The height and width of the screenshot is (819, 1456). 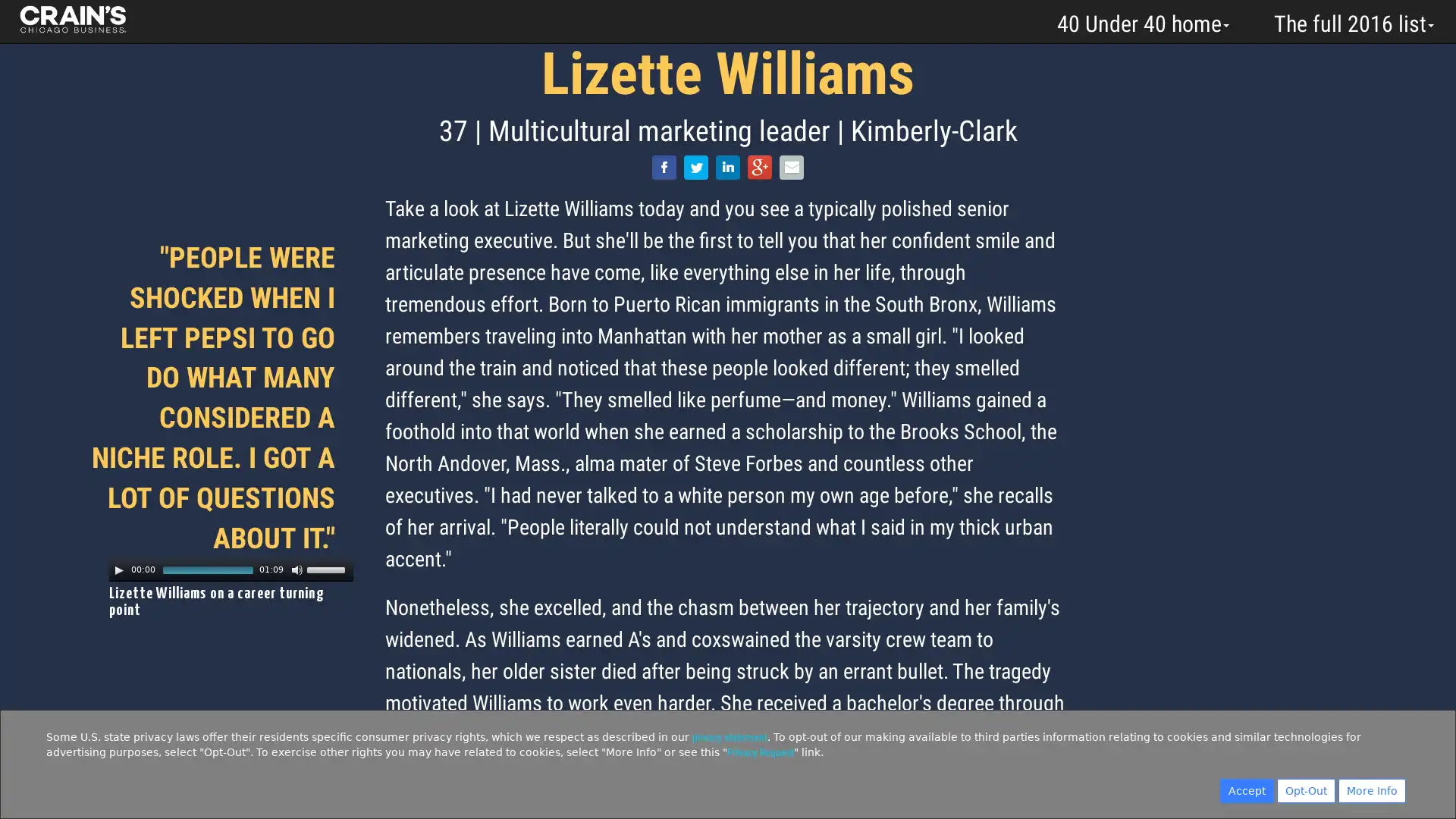 I want to click on Opt-Out, so click(x=1305, y=789).